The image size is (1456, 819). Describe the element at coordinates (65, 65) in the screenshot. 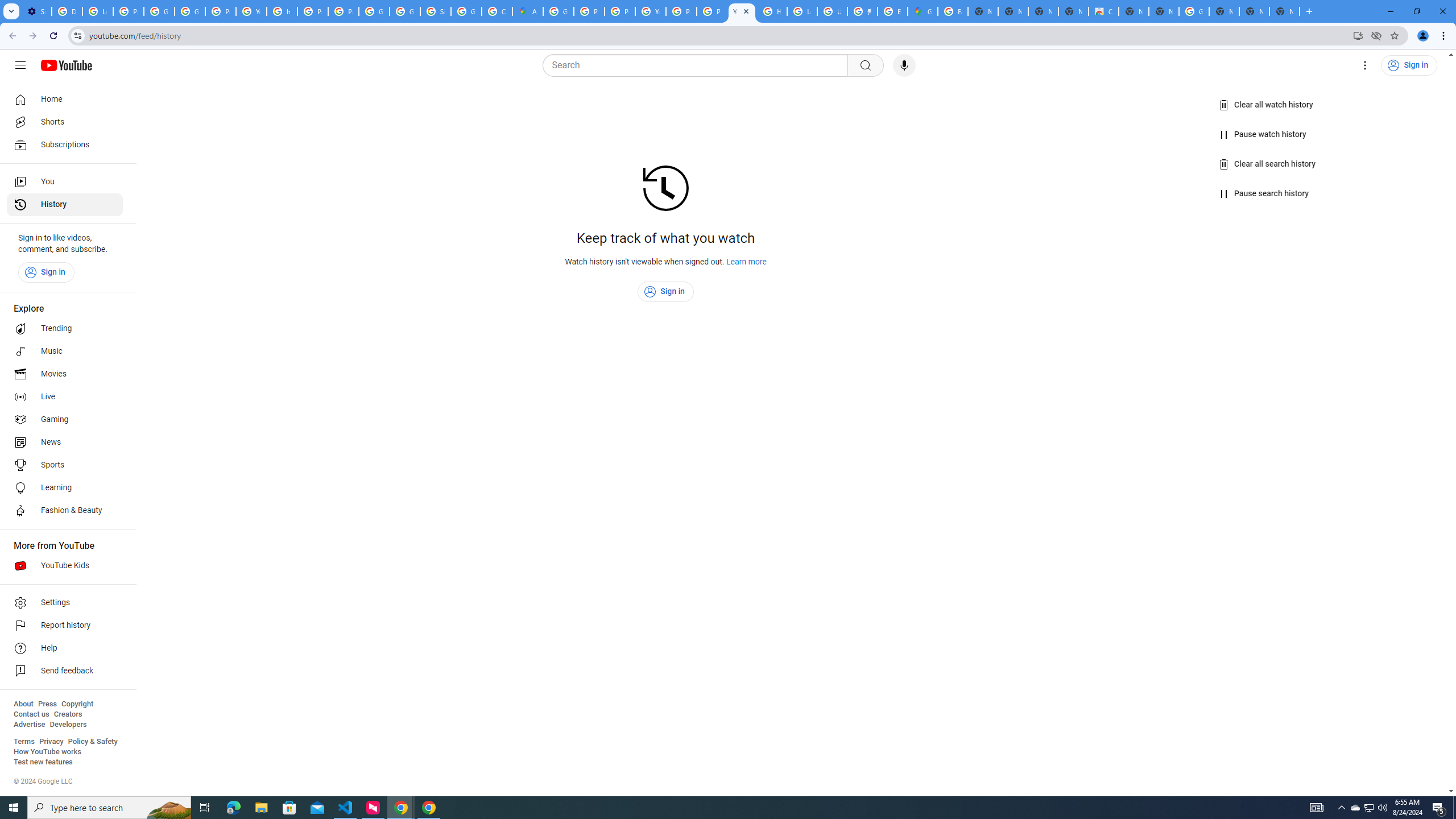

I see `'YouTube Home'` at that location.